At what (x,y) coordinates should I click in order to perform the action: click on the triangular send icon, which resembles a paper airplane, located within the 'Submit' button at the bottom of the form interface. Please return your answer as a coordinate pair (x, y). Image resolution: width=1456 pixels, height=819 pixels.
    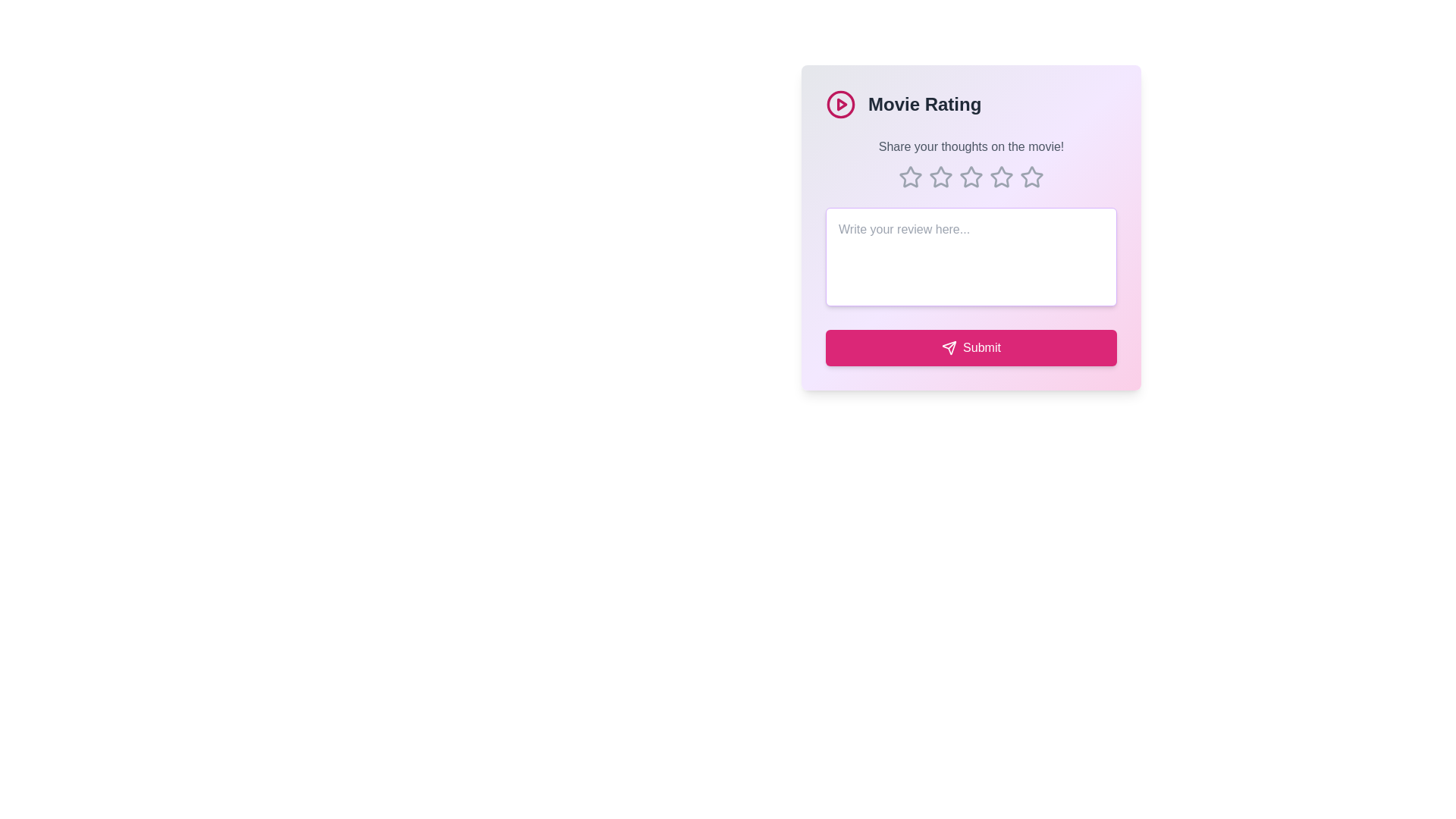
    Looking at the image, I should click on (949, 348).